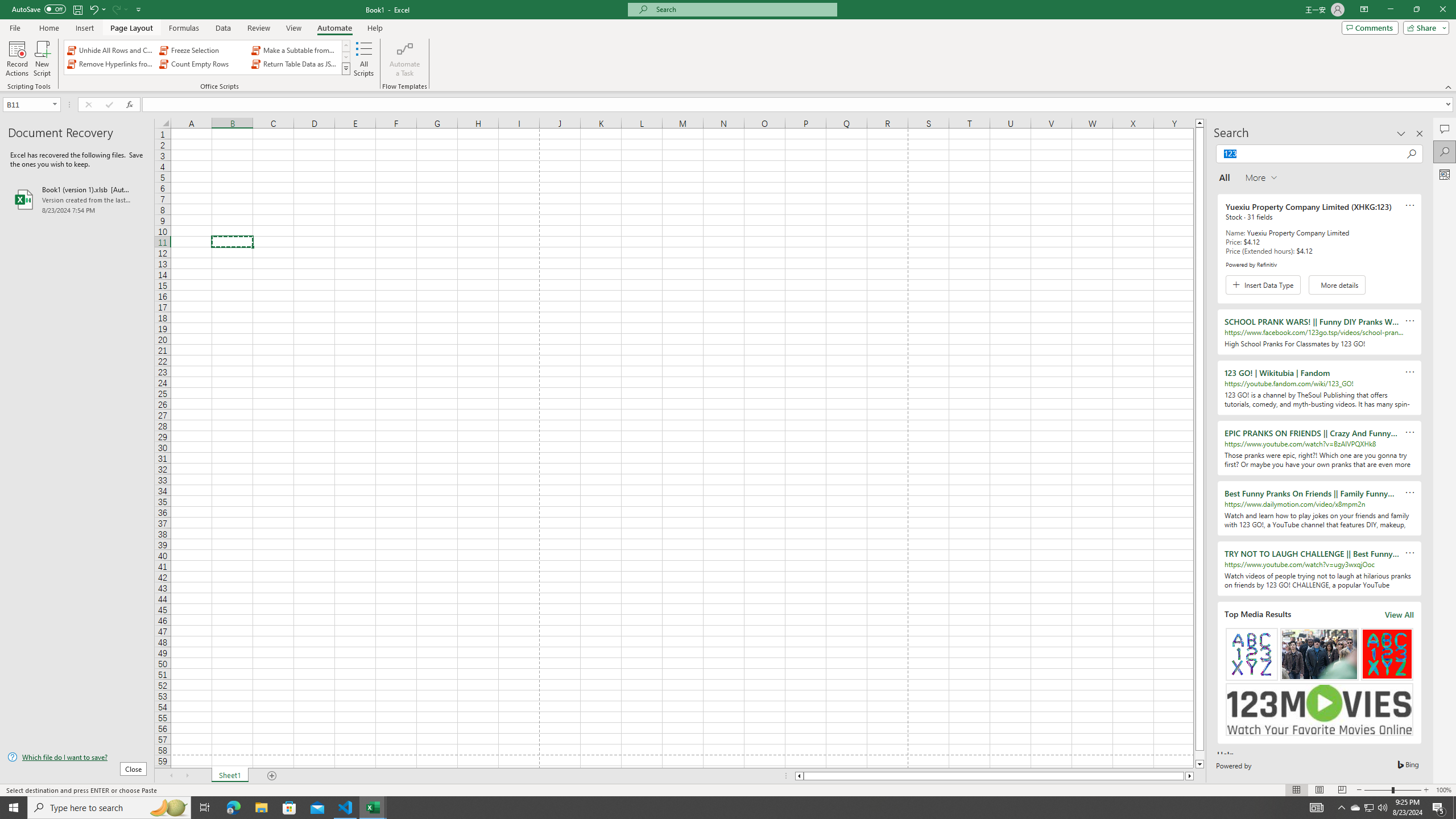 Image resolution: width=1456 pixels, height=819 pixels. I want to click on 'Make a Subtable from a Selection', so click(294, 50).